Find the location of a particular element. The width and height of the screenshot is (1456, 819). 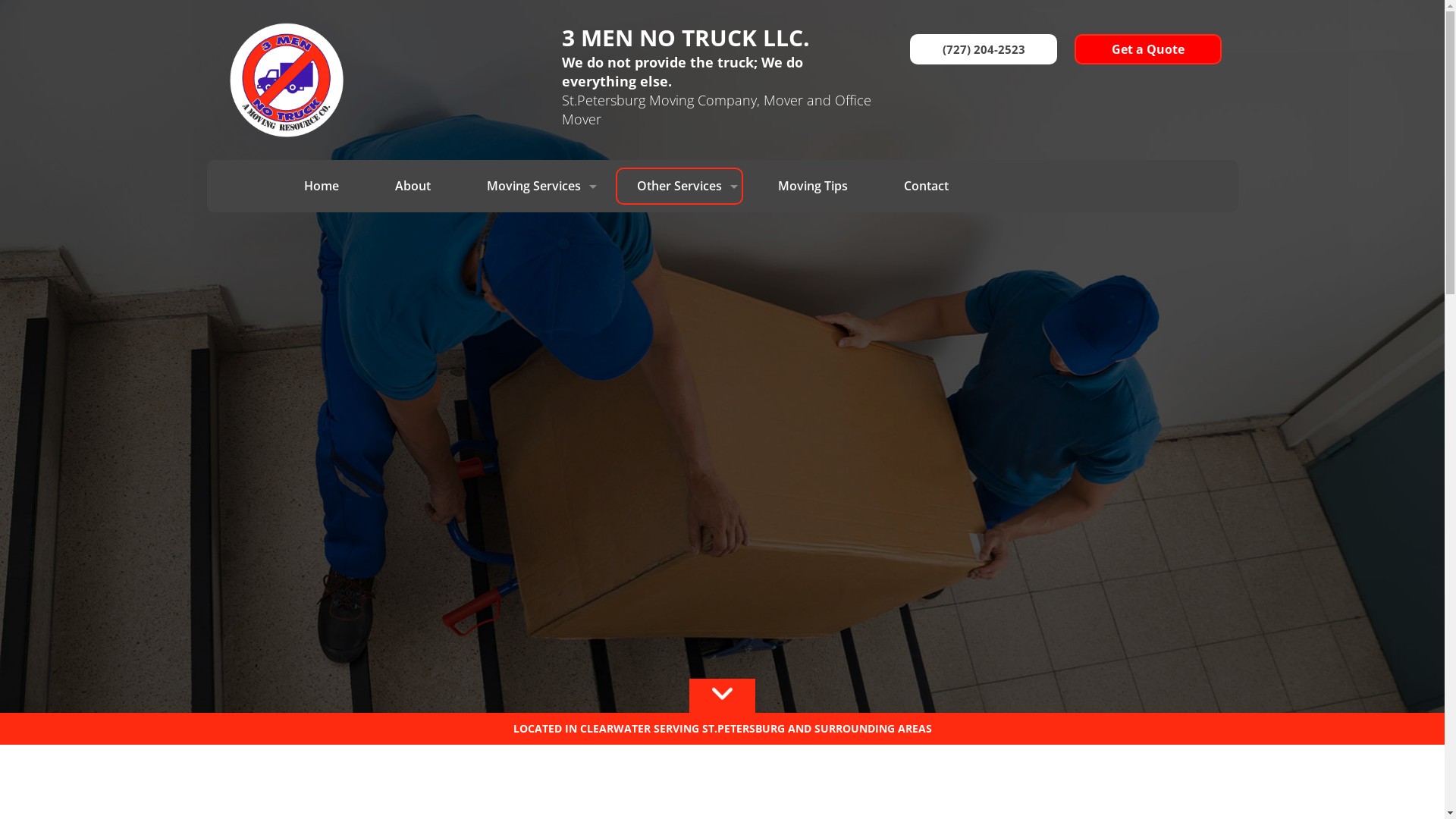

'Furniture Disassembly and Reassembly' is located at coordinates (679, 334).